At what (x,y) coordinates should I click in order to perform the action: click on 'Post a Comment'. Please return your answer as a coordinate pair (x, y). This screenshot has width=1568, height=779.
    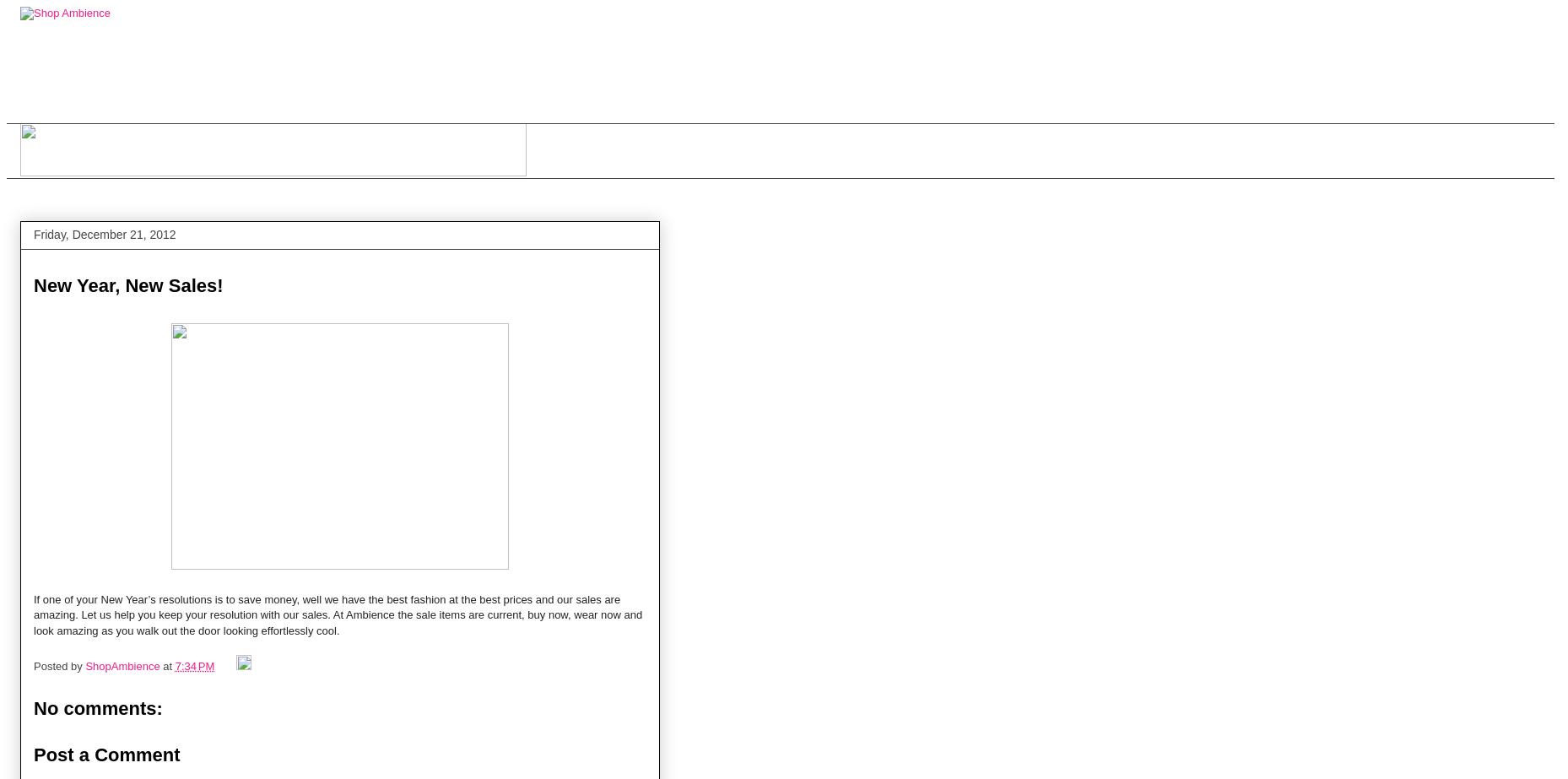
    Looking at the image, I should click on (106, 753).